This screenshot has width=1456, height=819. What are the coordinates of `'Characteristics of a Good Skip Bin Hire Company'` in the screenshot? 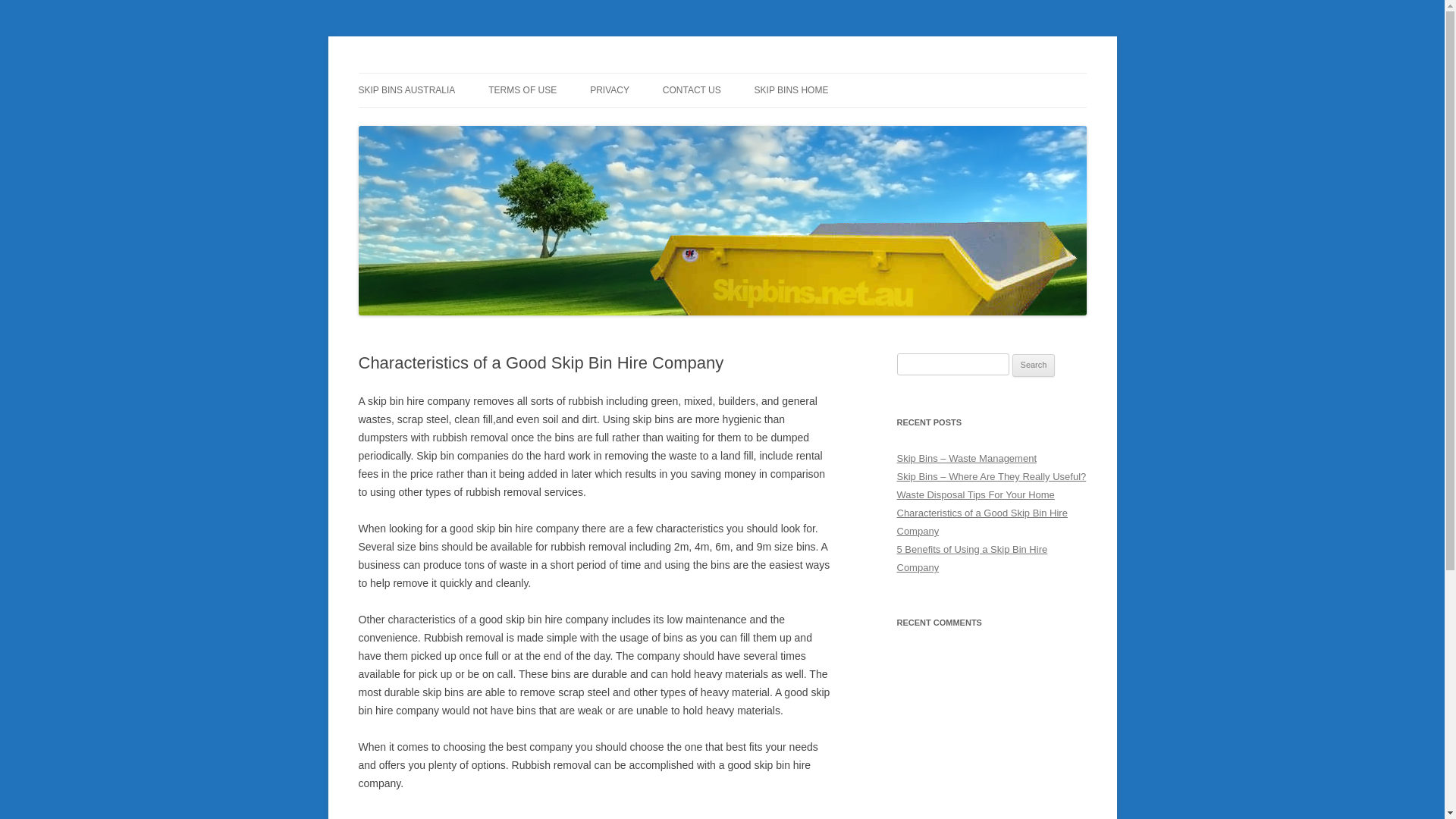 It's located at (981, 521).